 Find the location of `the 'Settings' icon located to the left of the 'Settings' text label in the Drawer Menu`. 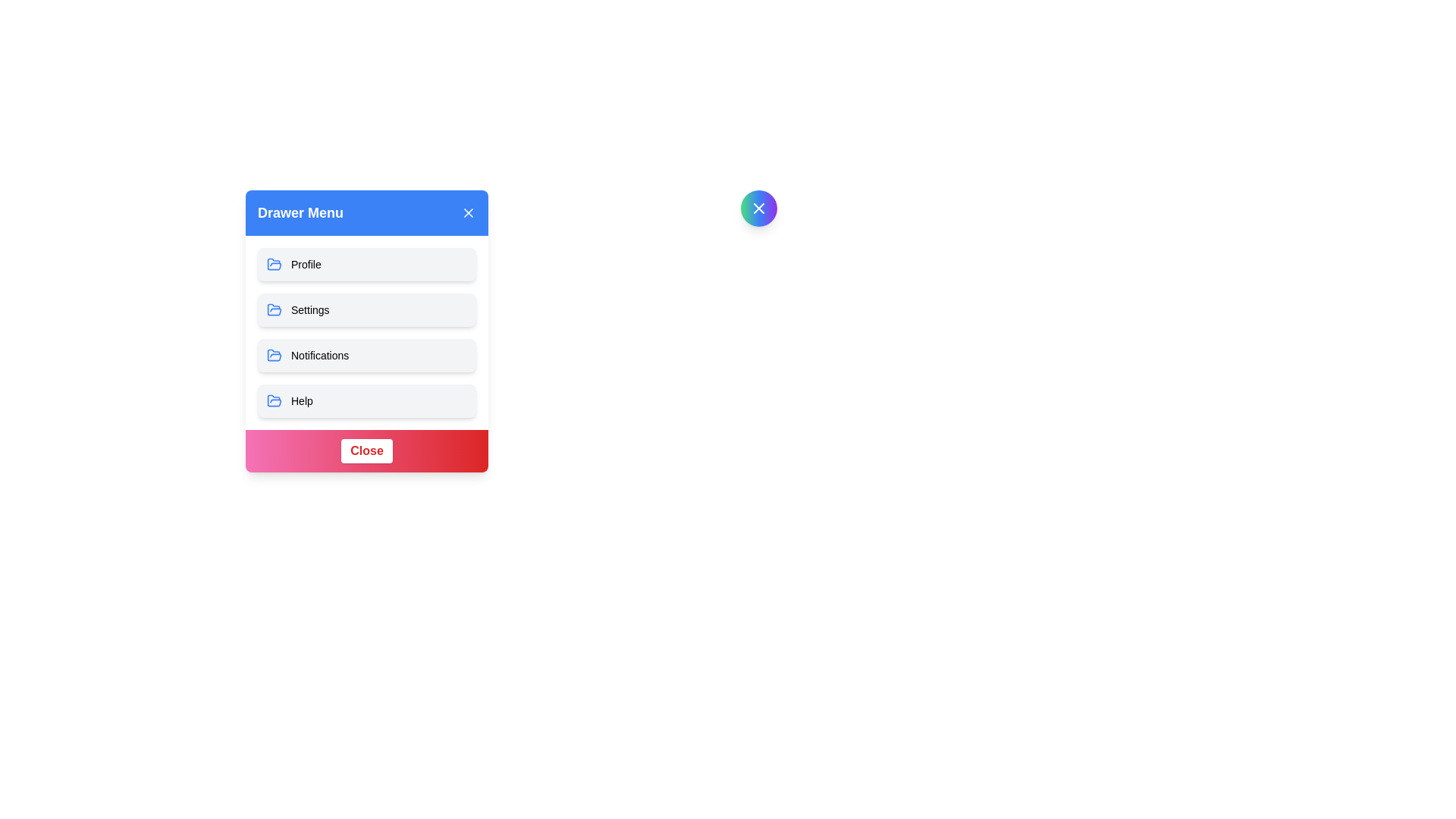

the 'Settings' icon located to the left of the 'Settings' text label in the Drawer Menu is located at coordinates (274, 309).